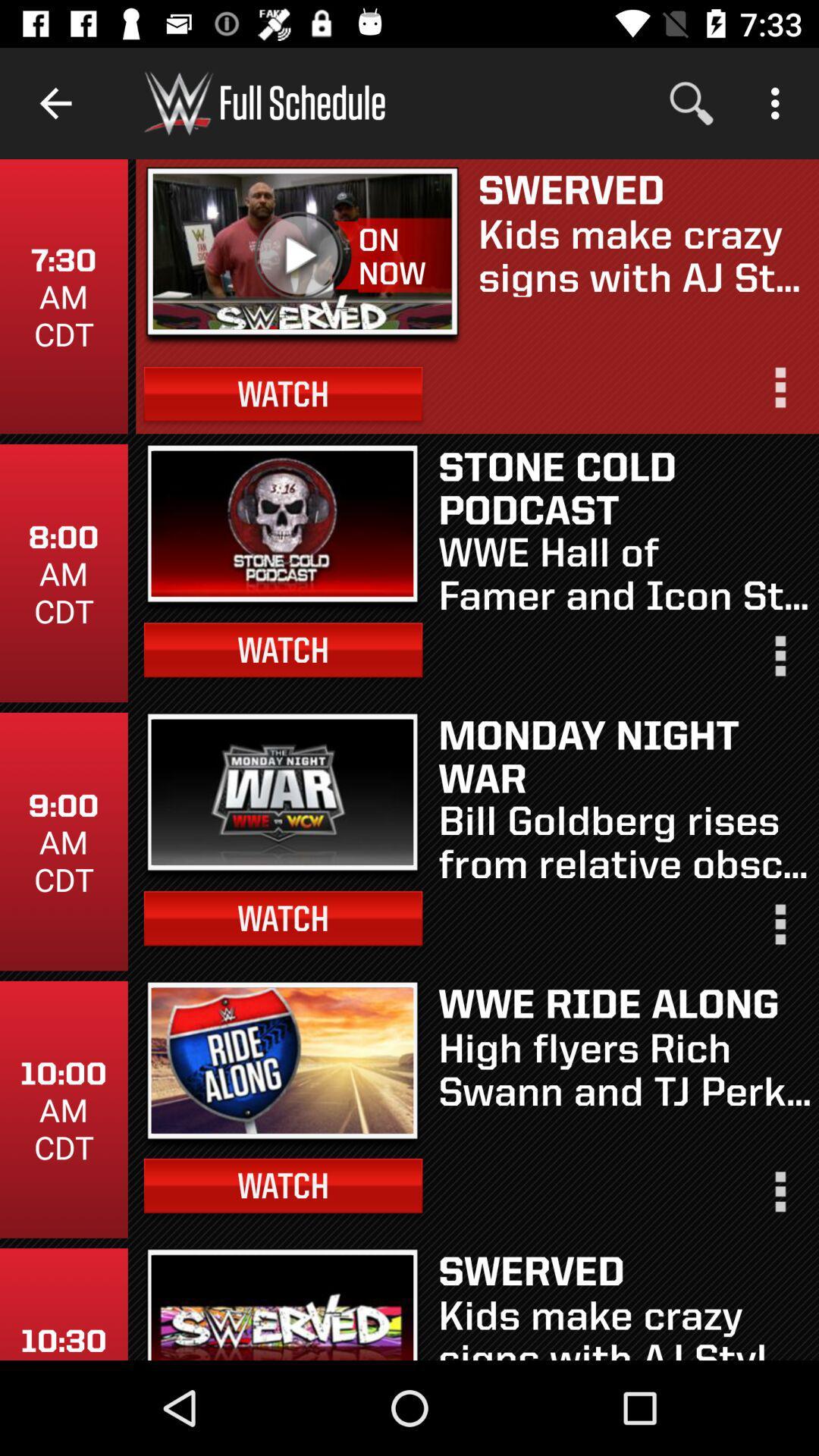 This screenshot has width=819, height=1456. I want to click on item above the bill goldberg rises icon, so click(624, 755).